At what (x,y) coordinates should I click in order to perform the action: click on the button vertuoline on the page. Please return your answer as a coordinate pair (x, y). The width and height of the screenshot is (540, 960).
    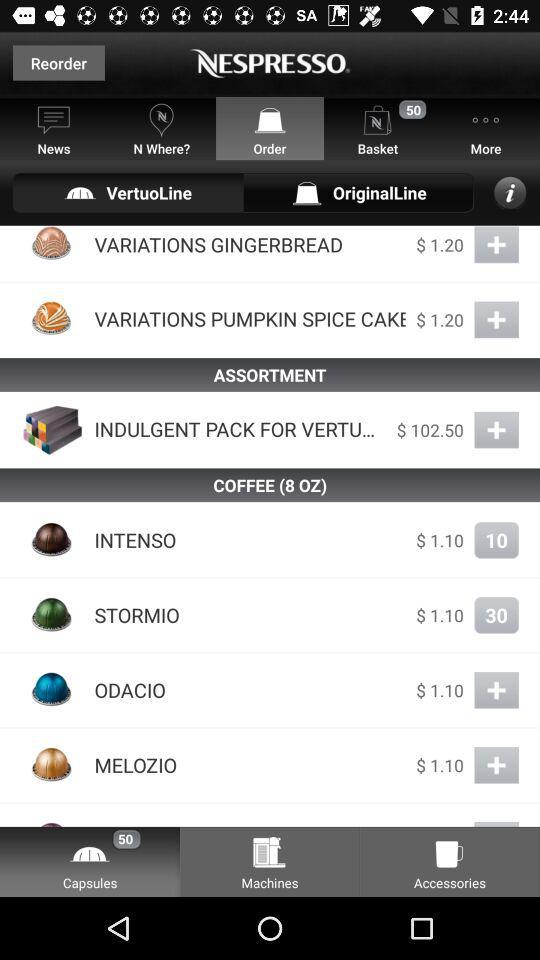
    Looking at the image, I should click on (128, 192).